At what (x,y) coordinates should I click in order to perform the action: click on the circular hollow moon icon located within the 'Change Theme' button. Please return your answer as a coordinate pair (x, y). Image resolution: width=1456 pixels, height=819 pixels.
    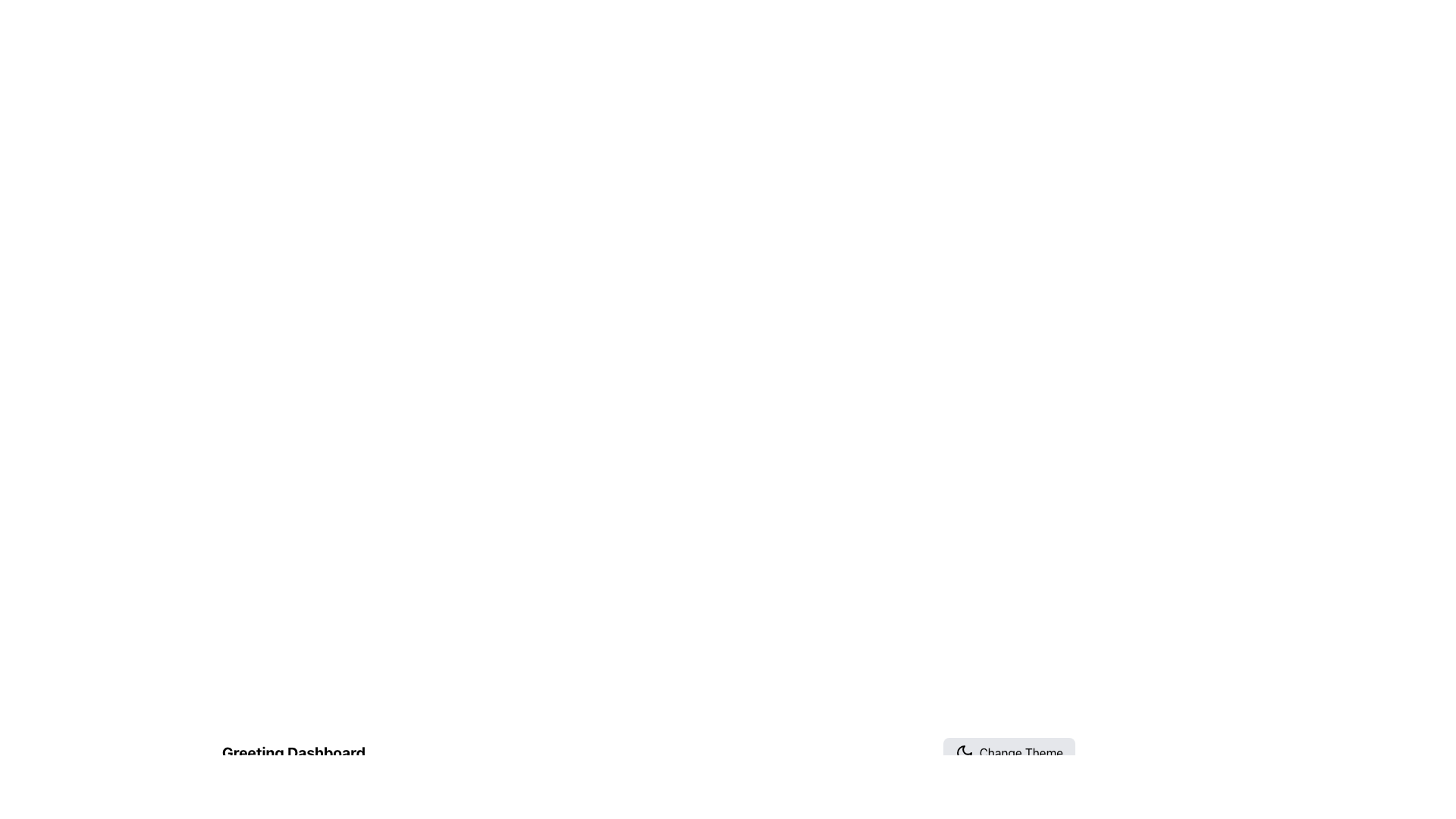
    Looking at the image, I should click on (963, 752).